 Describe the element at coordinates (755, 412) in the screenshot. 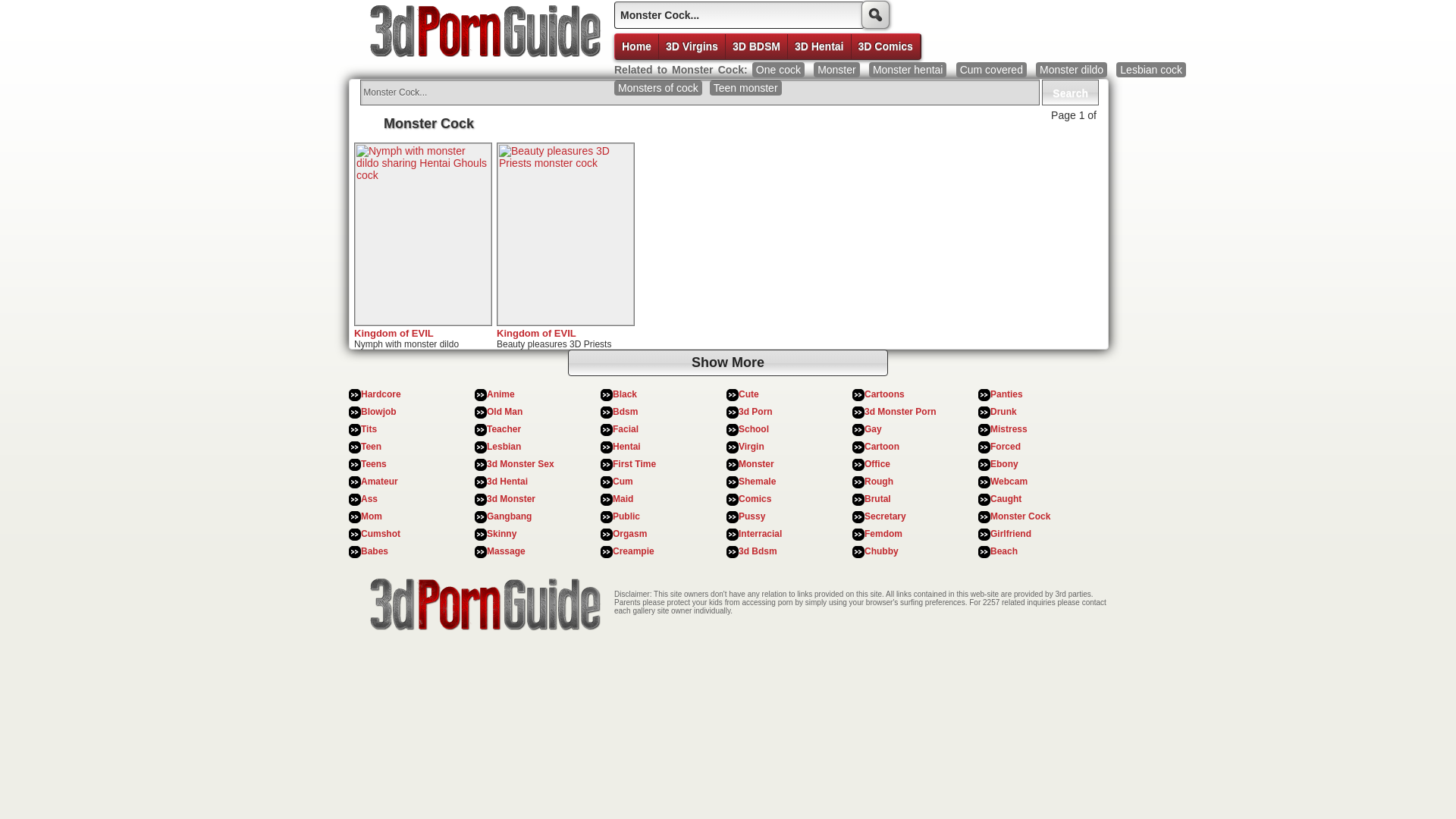

I see `'3d Porn'` at that location.